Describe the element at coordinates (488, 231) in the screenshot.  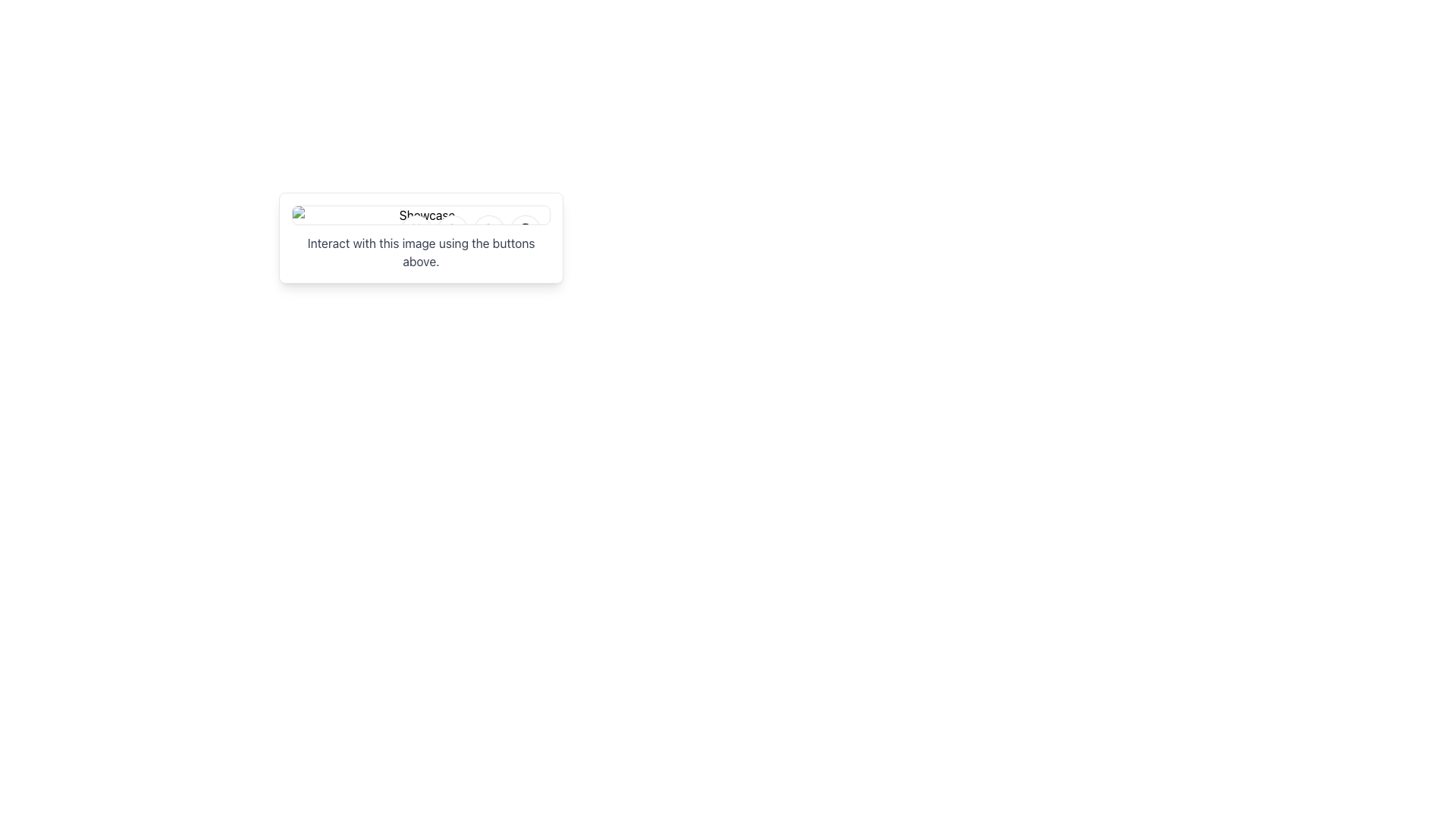
I see `the zoom-out icon located in the center of a white circular button` at that location.